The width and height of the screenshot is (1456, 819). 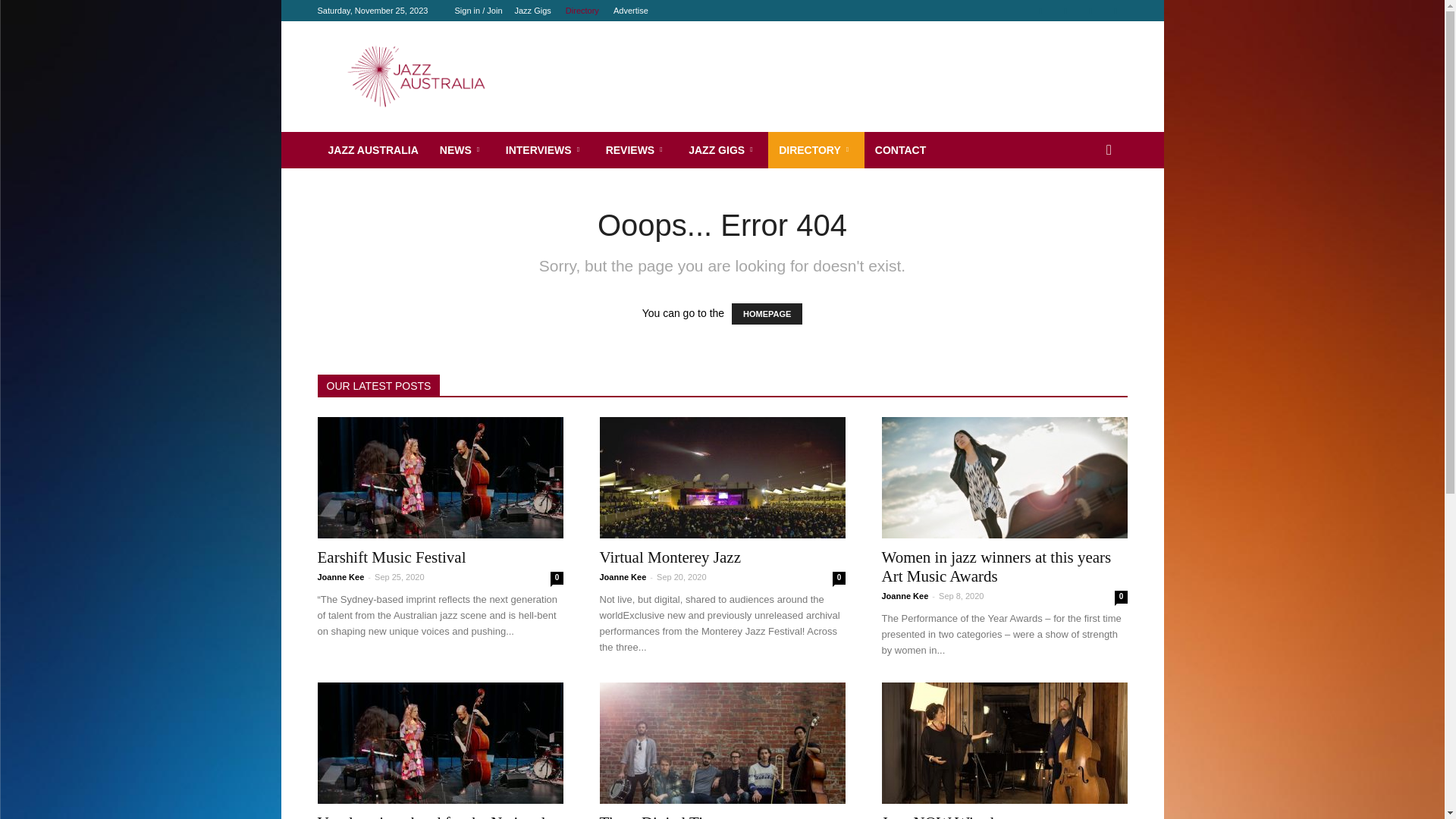 I want to click on 'NEWS', so click(x=461, y=149).